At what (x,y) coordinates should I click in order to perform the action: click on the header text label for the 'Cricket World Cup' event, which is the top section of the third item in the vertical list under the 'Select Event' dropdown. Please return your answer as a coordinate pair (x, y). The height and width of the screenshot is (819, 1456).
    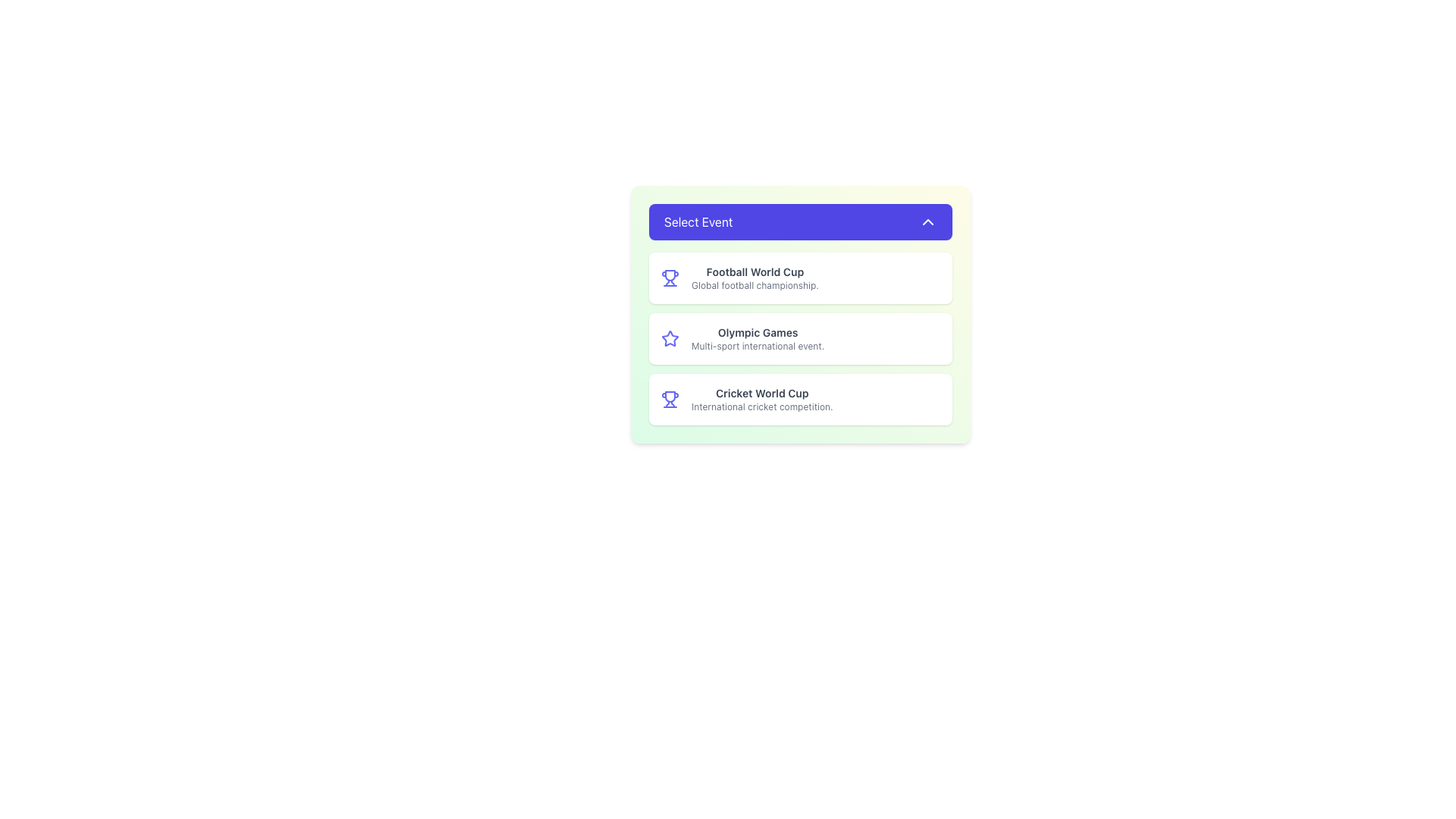
    Looking at the image, I should click on (762, 393).